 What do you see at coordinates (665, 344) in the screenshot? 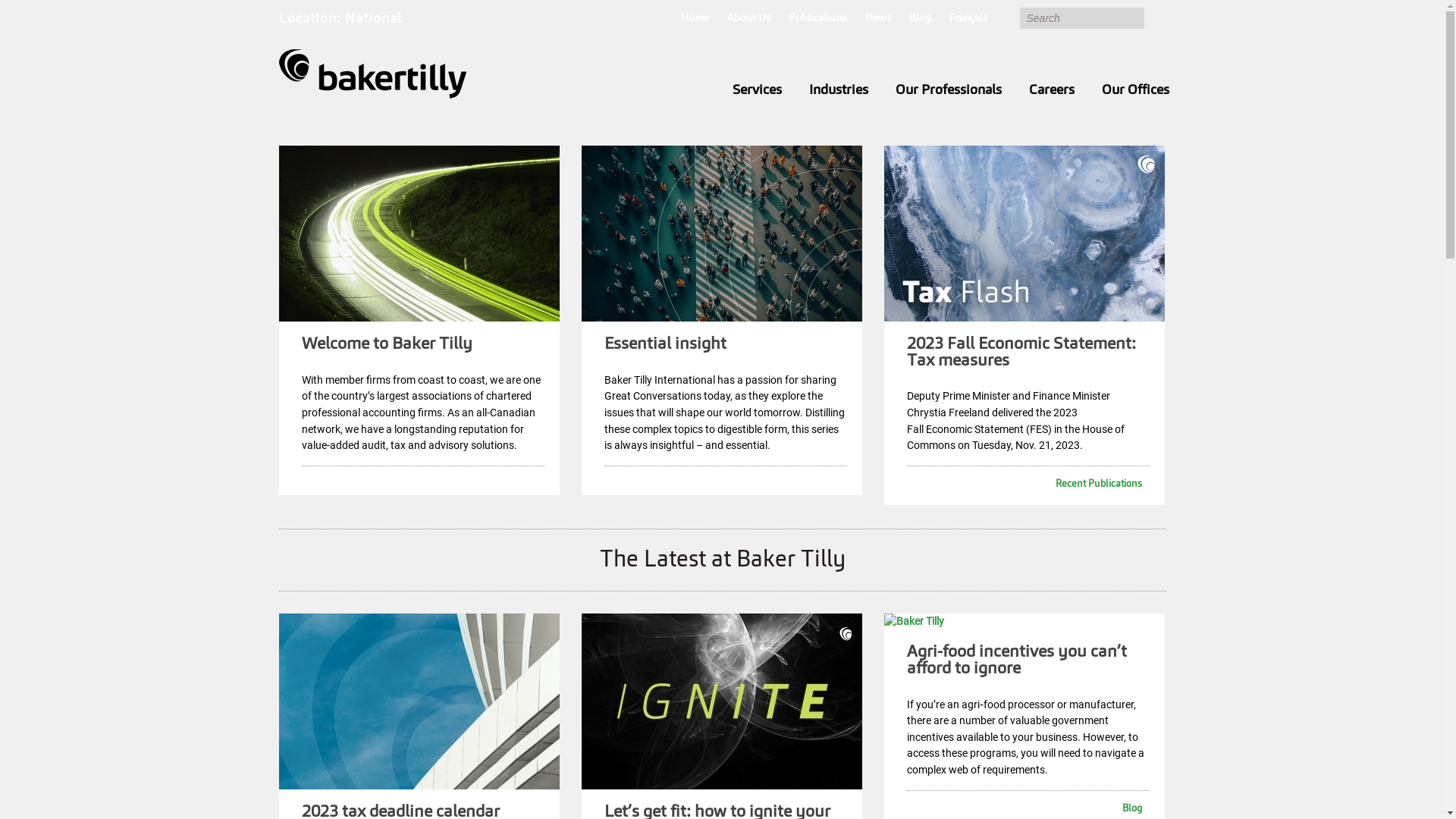
I see `'Essential insight'` at bounding box center [665, 344].